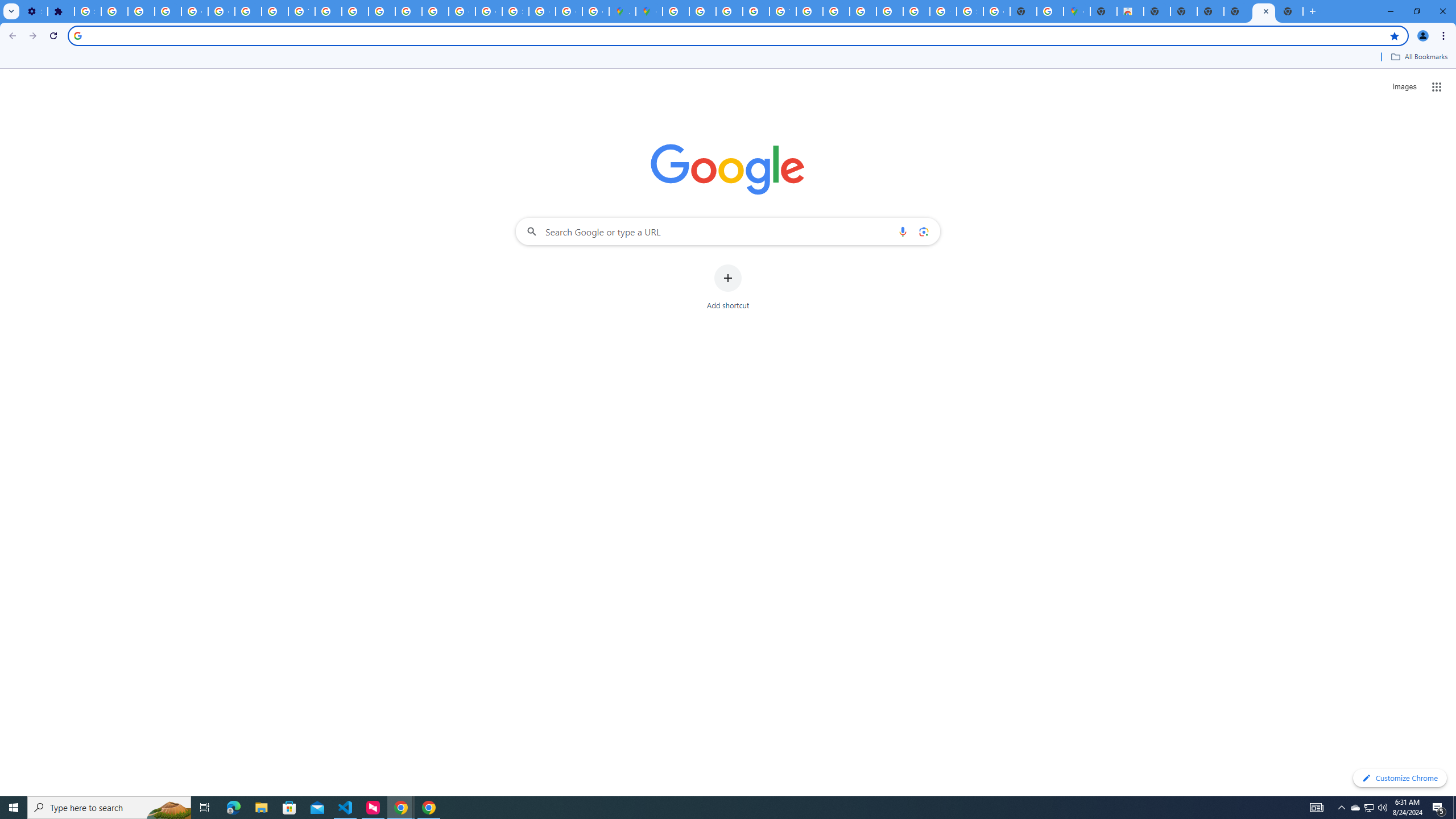 The image size is (1456, 819). I want to click on 'Search by image', so click(923, 230).